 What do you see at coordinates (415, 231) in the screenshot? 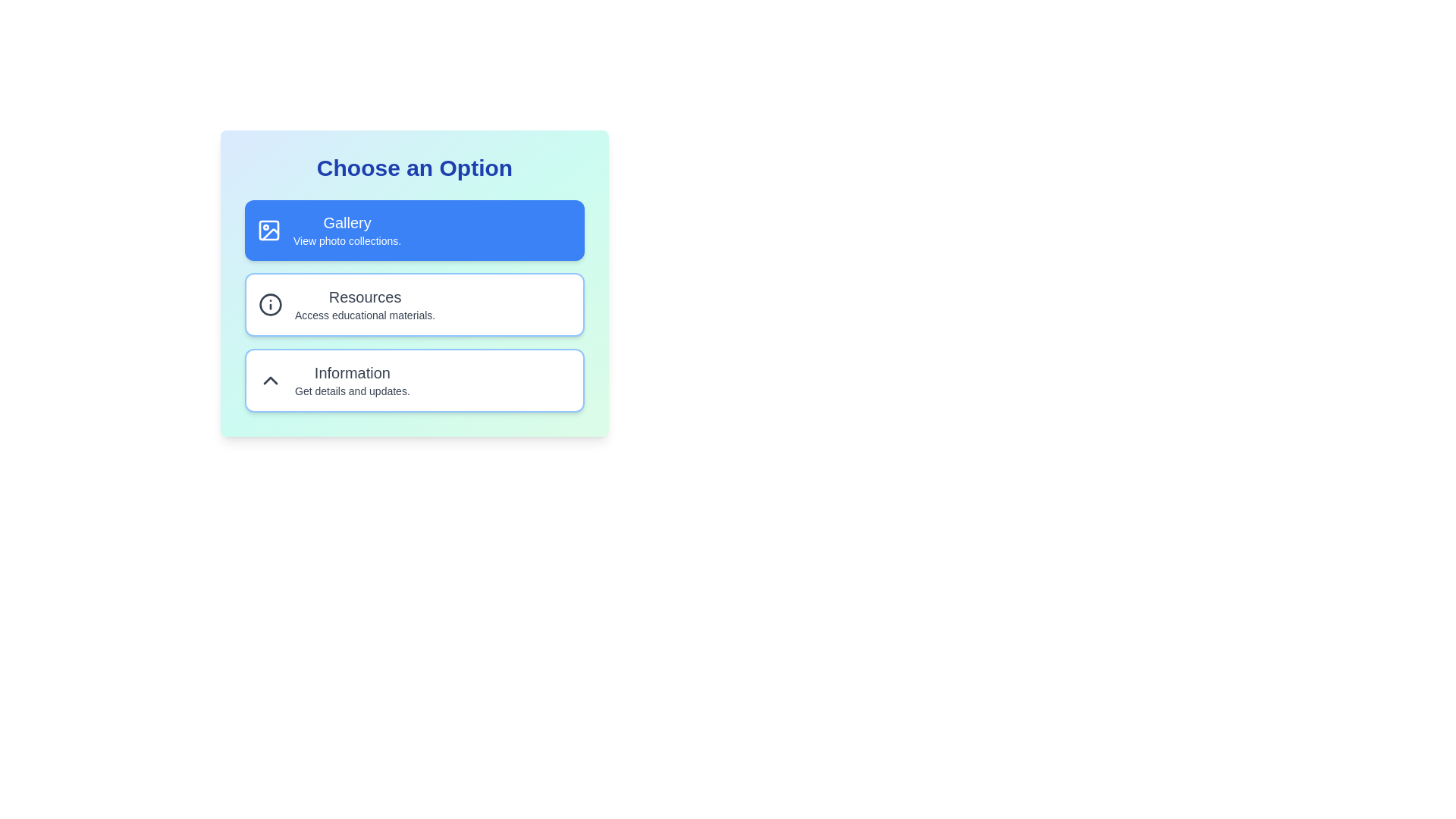
I see `the blue rectangular button labeled 'Gallery' at the top-center of the interface` at bounding box center [415, 231].